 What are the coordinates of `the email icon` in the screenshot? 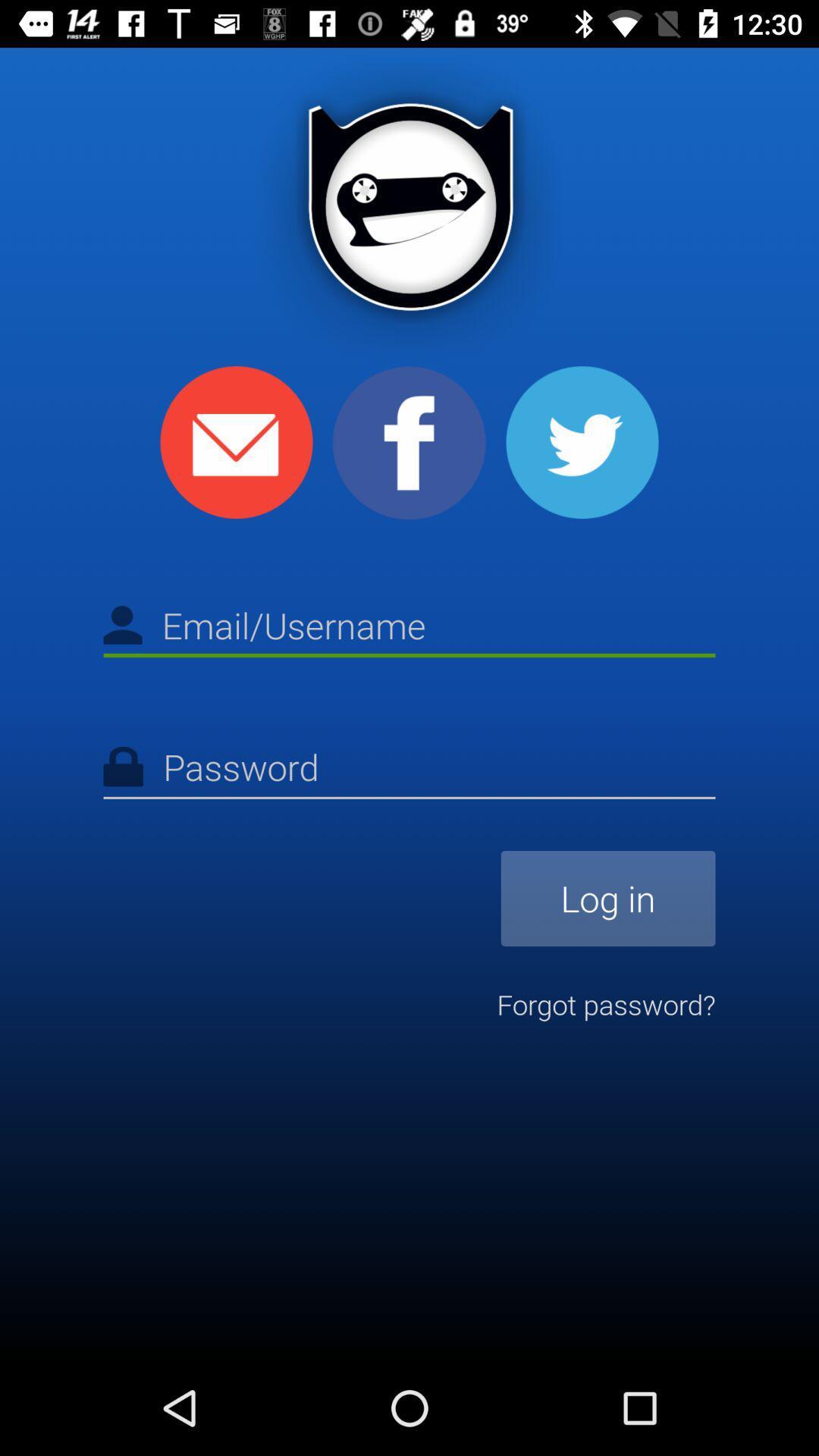 It's located at (237, 441).